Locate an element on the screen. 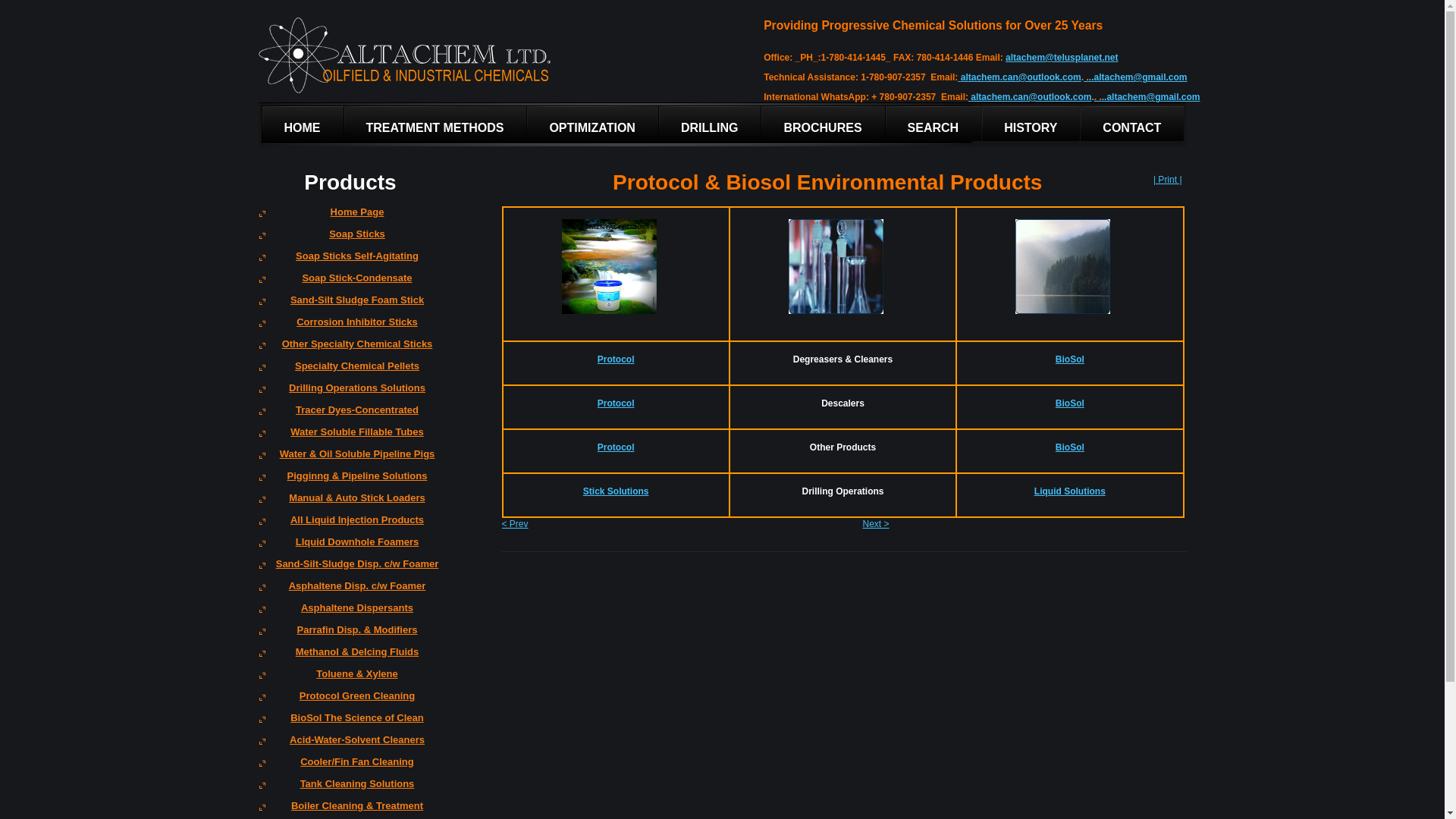 The height and width of the screenshot is (819, 1456). 'BROCHURES' is located at coordinates (821, 124).